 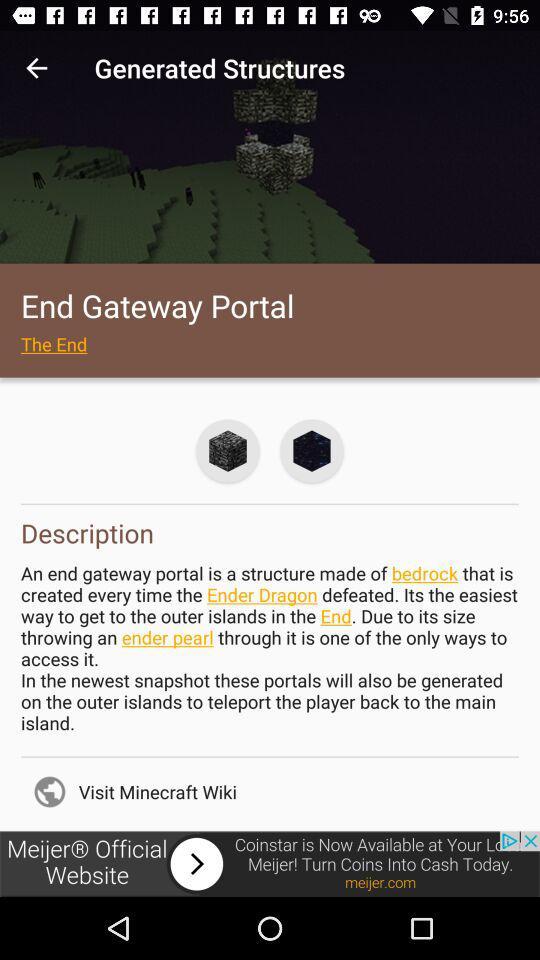 What do you see at coordinates (312, 451) in the screenshot?
I see `the second symbol which is below the end` at bounding box center [312, 451].